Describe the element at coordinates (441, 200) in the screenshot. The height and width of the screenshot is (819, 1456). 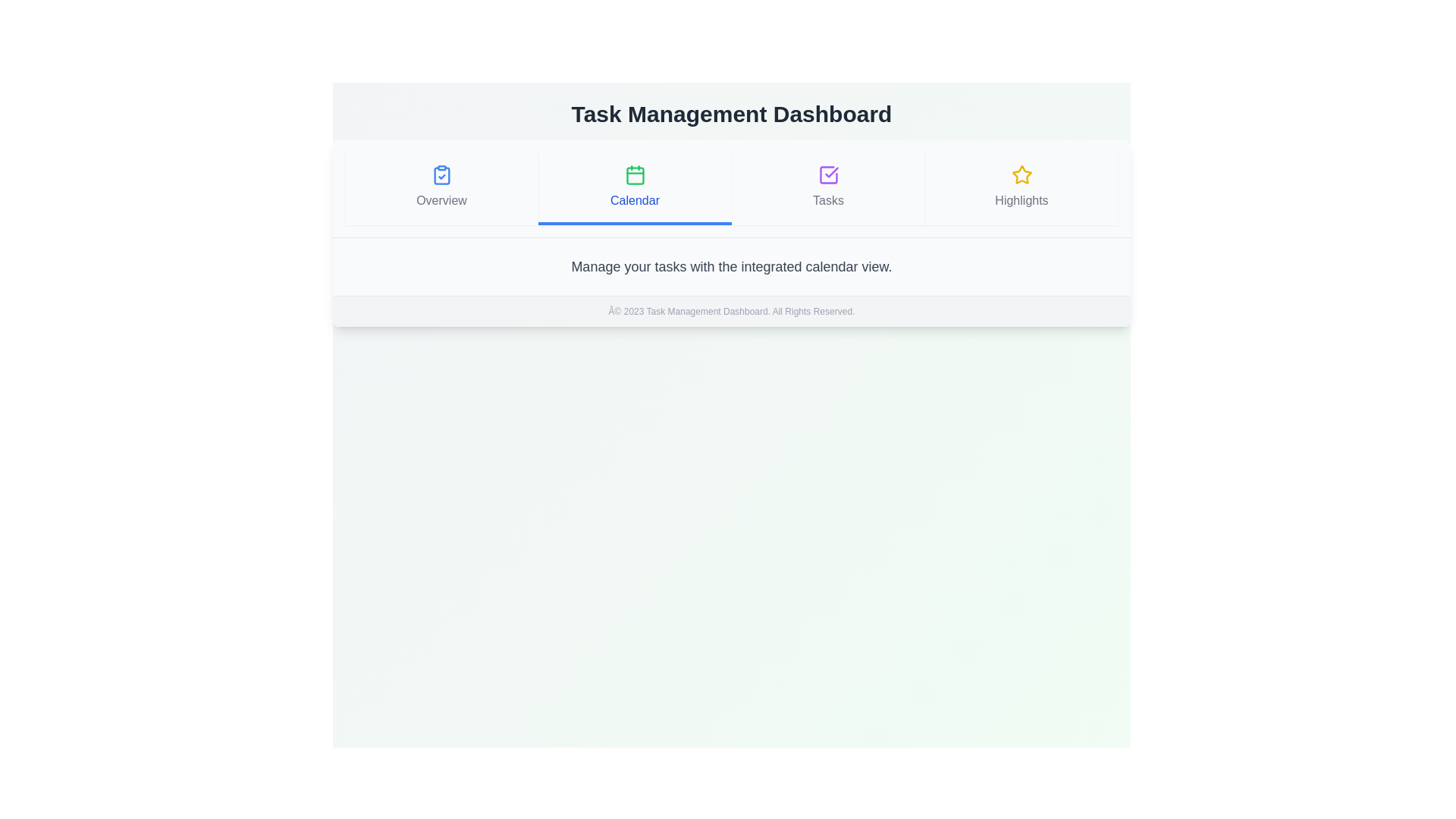
I see `text label located in the first menu item of the horizontal navigation bar beneath the 'Task Management Dashboard' title, aligned under the clipboard icon` at that location.